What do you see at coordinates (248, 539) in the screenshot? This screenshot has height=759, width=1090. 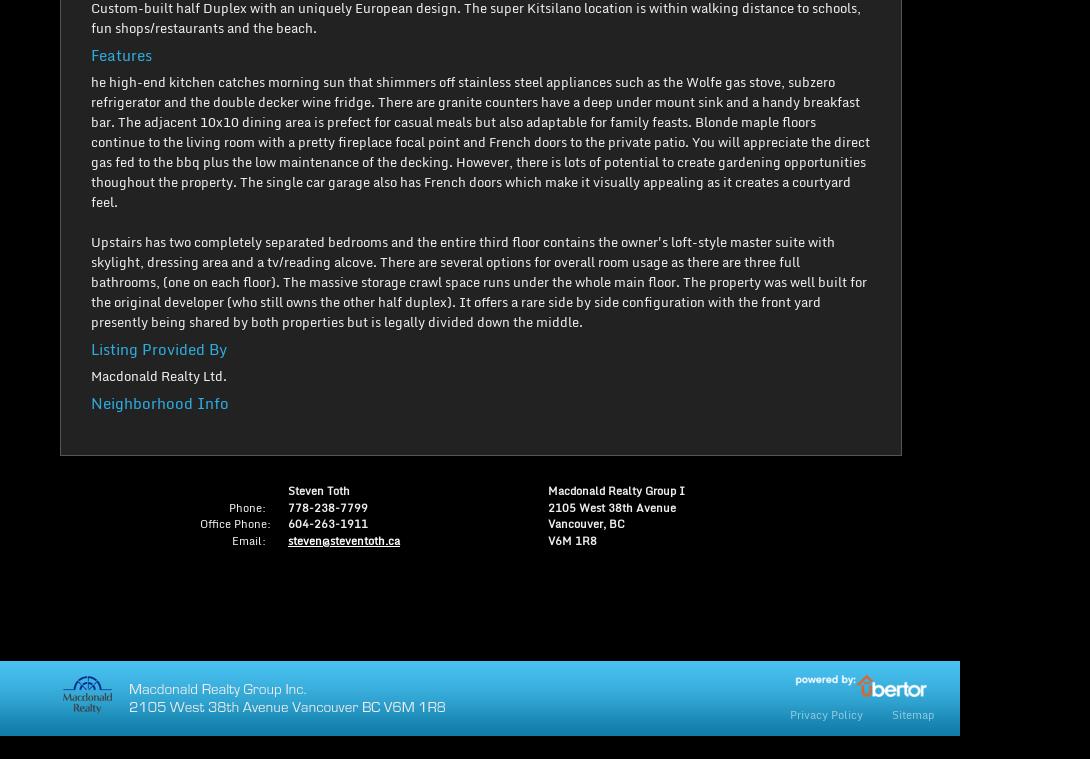 I see `'Email:'` at bounding box center [248, 539].